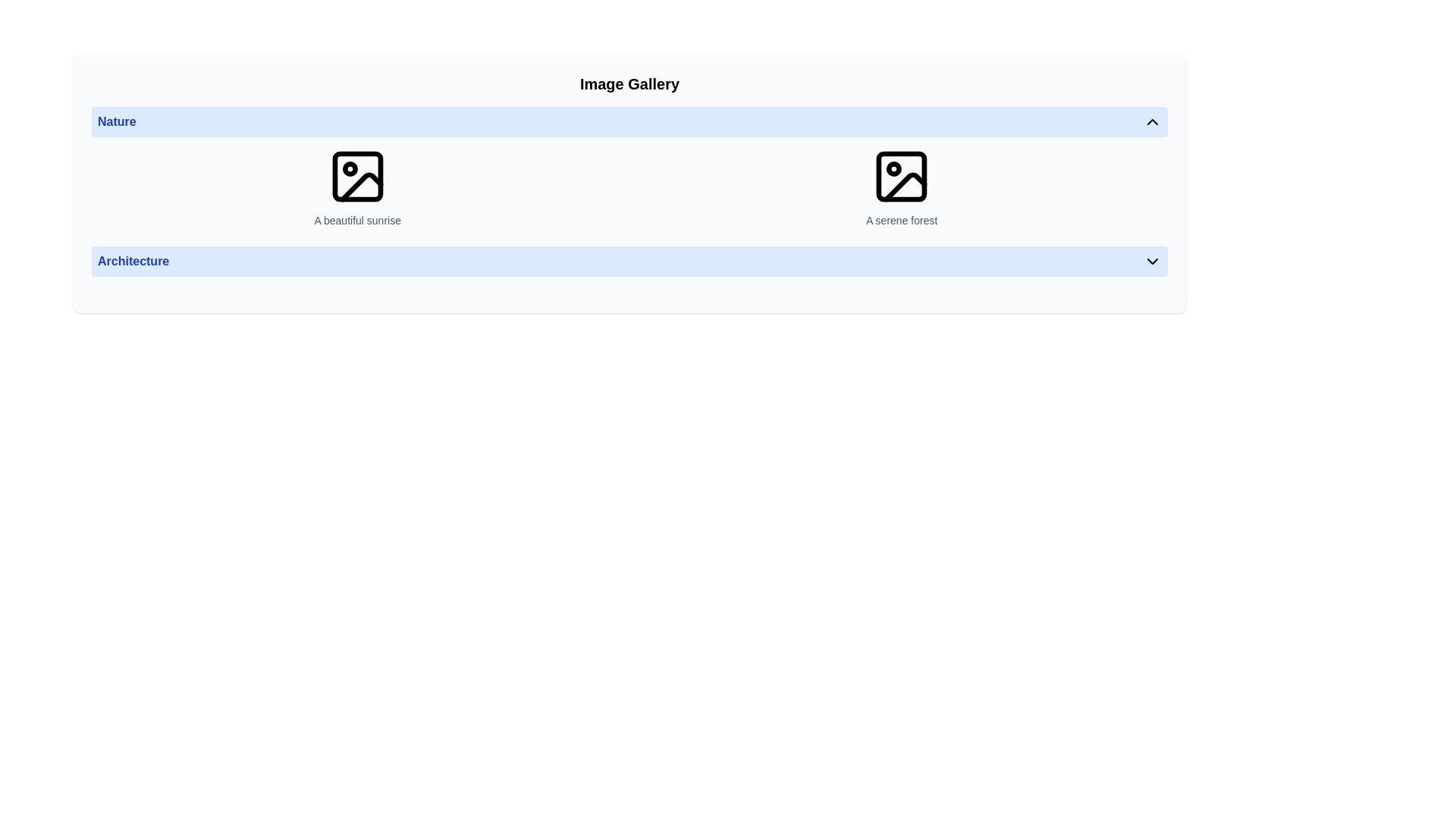 Image resolution: width=1456 pixels, height=819 pixels. I want to click on contextual information provided by the text element located beneath the second image in the 'Nature' section of the image gallery, so click(902, 220).